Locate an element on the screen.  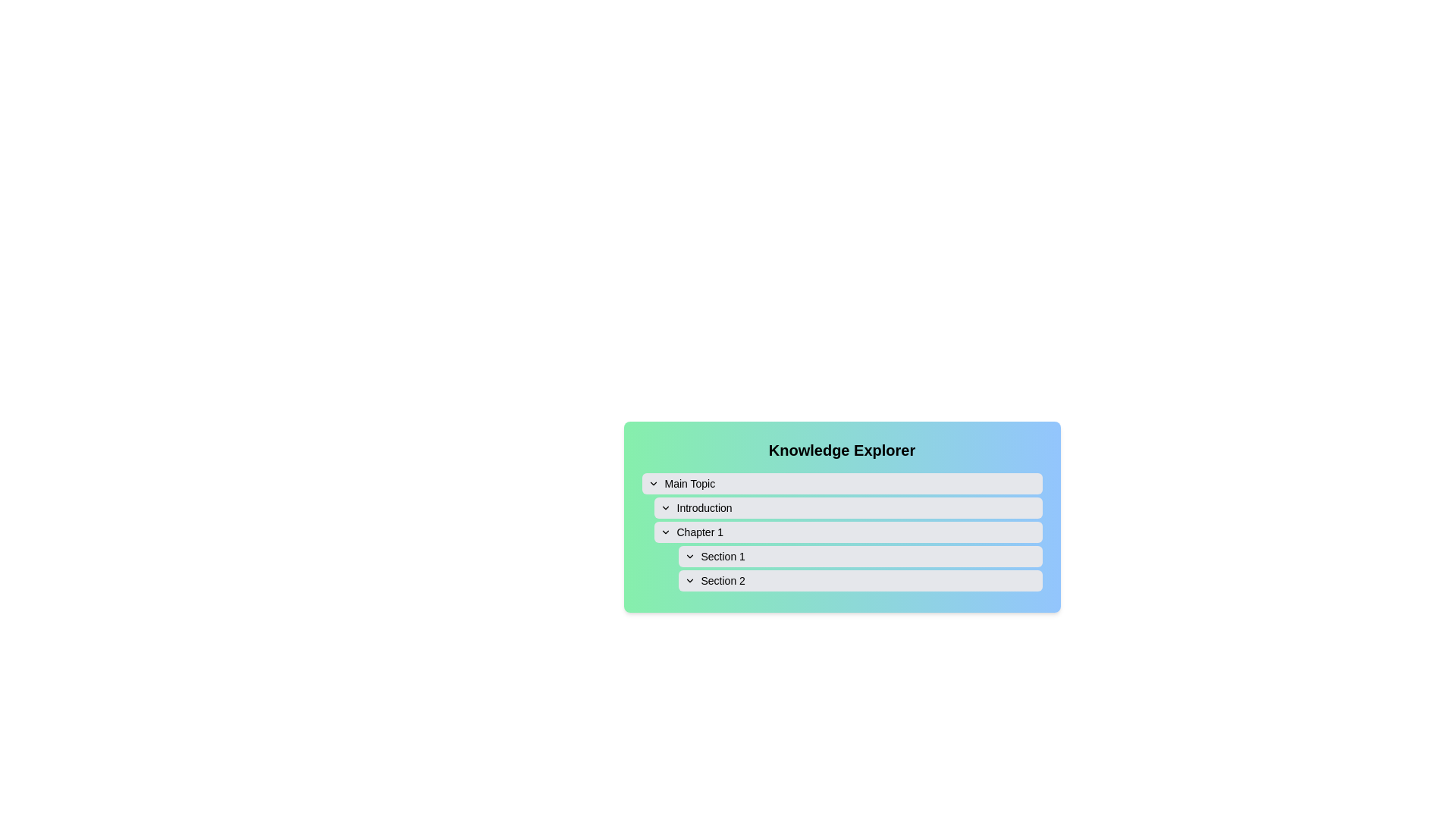
the downward-facing chevron icon located to the left of the text 'Section 2' for visual feedback is located at coordinates (689, 580).